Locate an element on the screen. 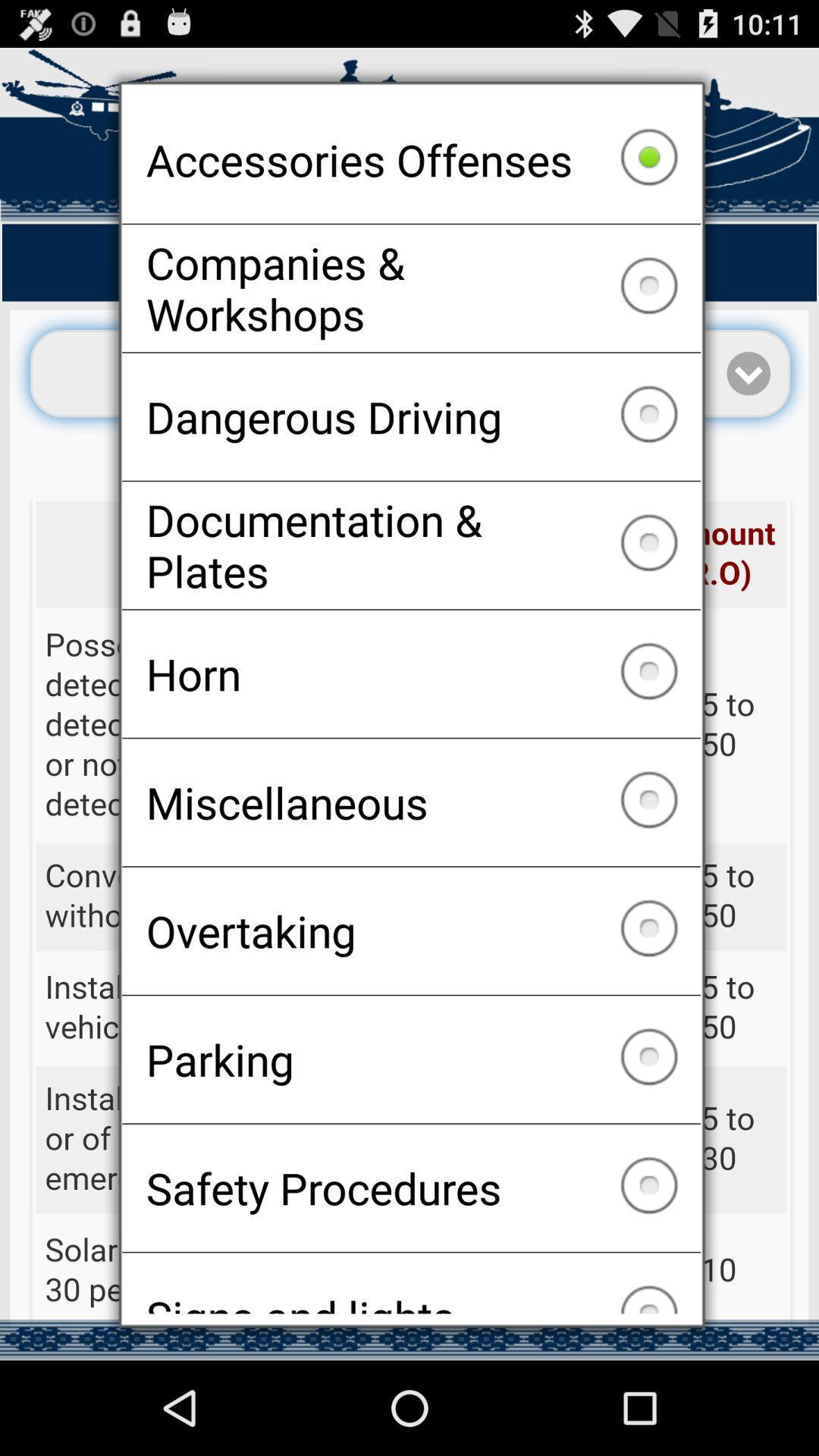 The height and width of the screenshot is (1456, 819). the accessories offenses icon is located at coordinates (411, 159).